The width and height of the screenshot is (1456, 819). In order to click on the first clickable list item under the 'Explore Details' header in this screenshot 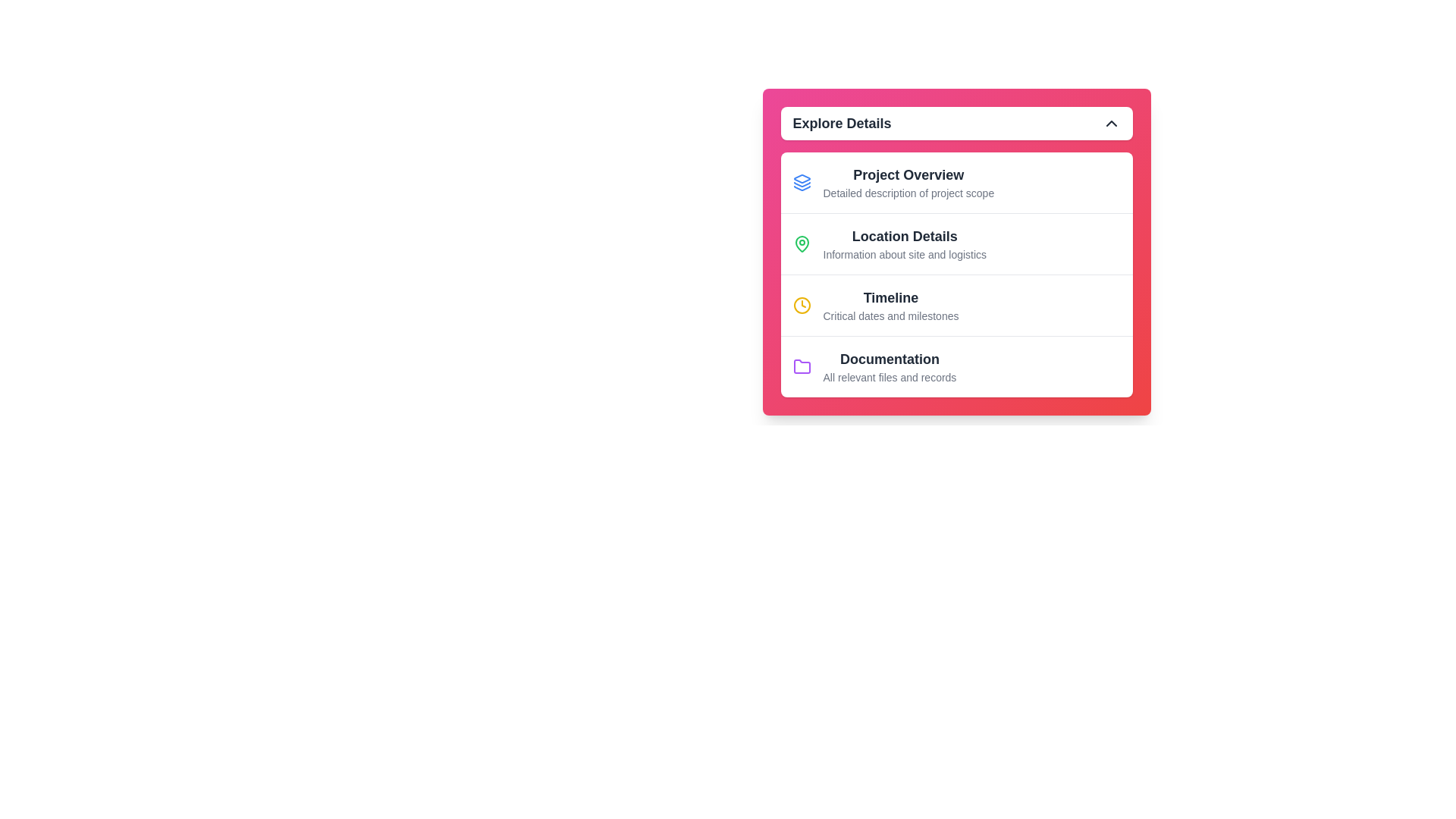, I will do `click(908, 181)`.